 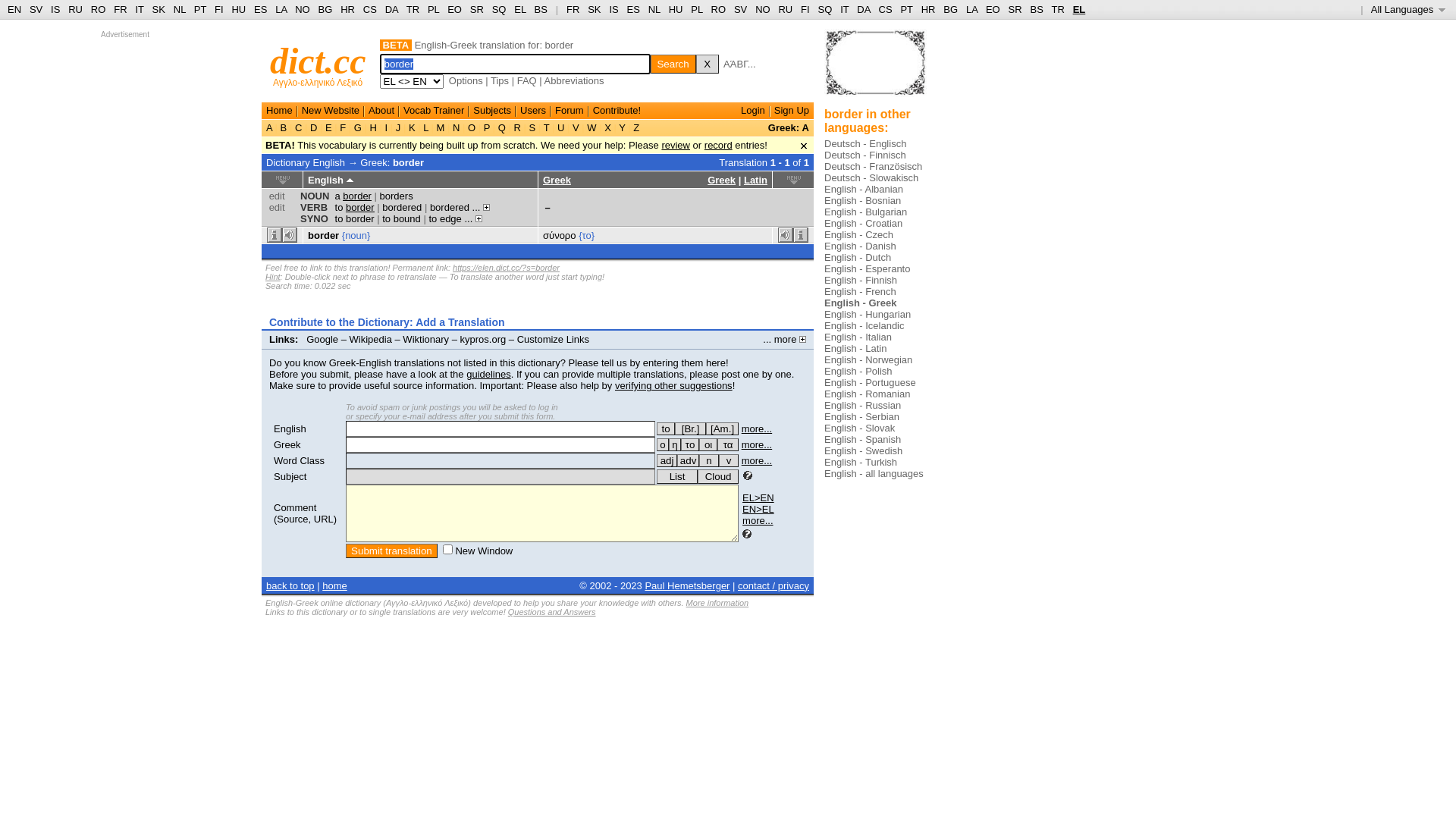 What do you see at coordinates (863, 188) in the screenshot?
I see `'English - Albanian'` at bounding box center [863, 188].